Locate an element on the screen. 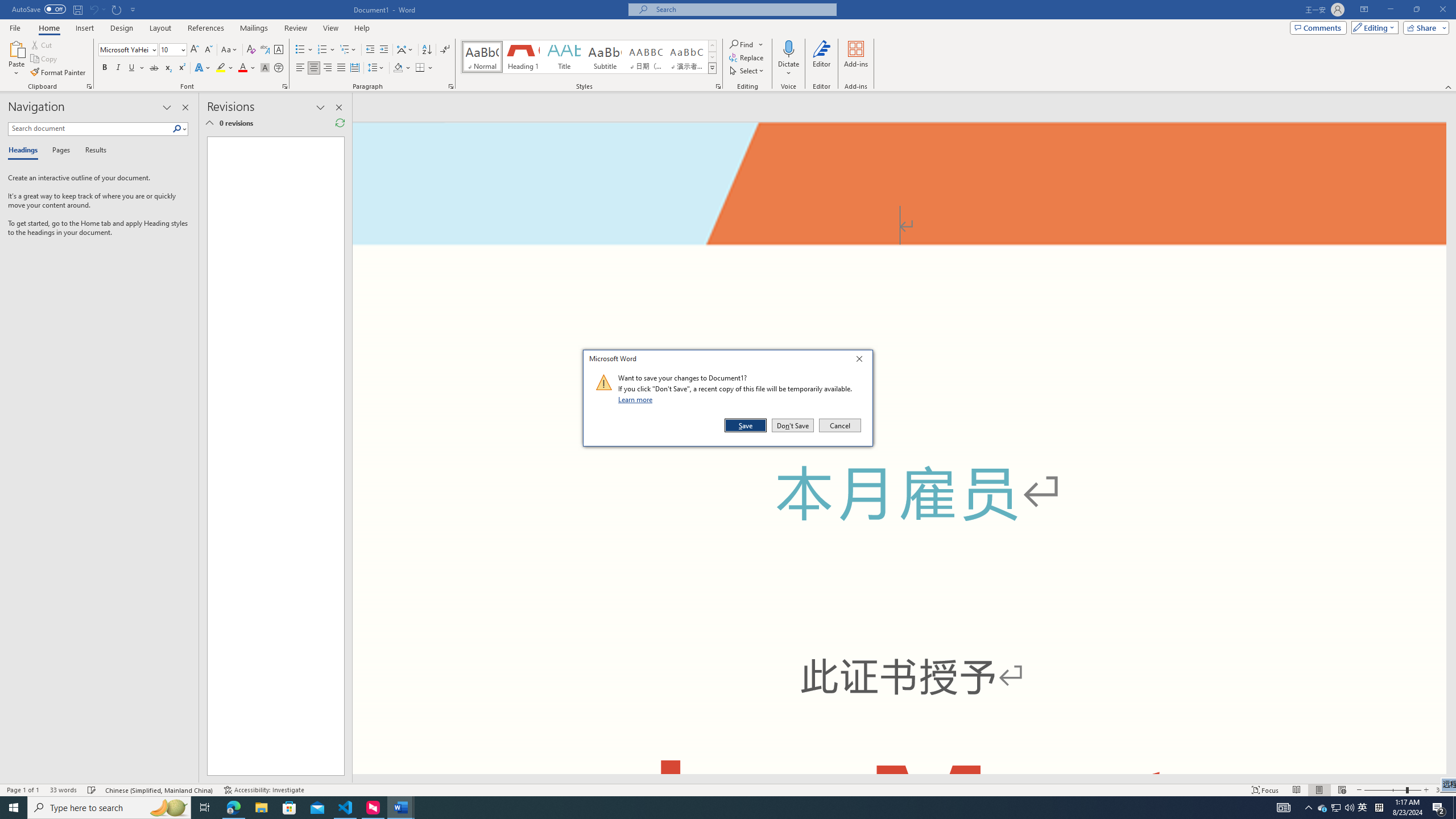 This screenshot has width=1456, height=819. 'Tray Input Indicator - Chinese (Simplified, China)' is located at coordinates (1379, 806).